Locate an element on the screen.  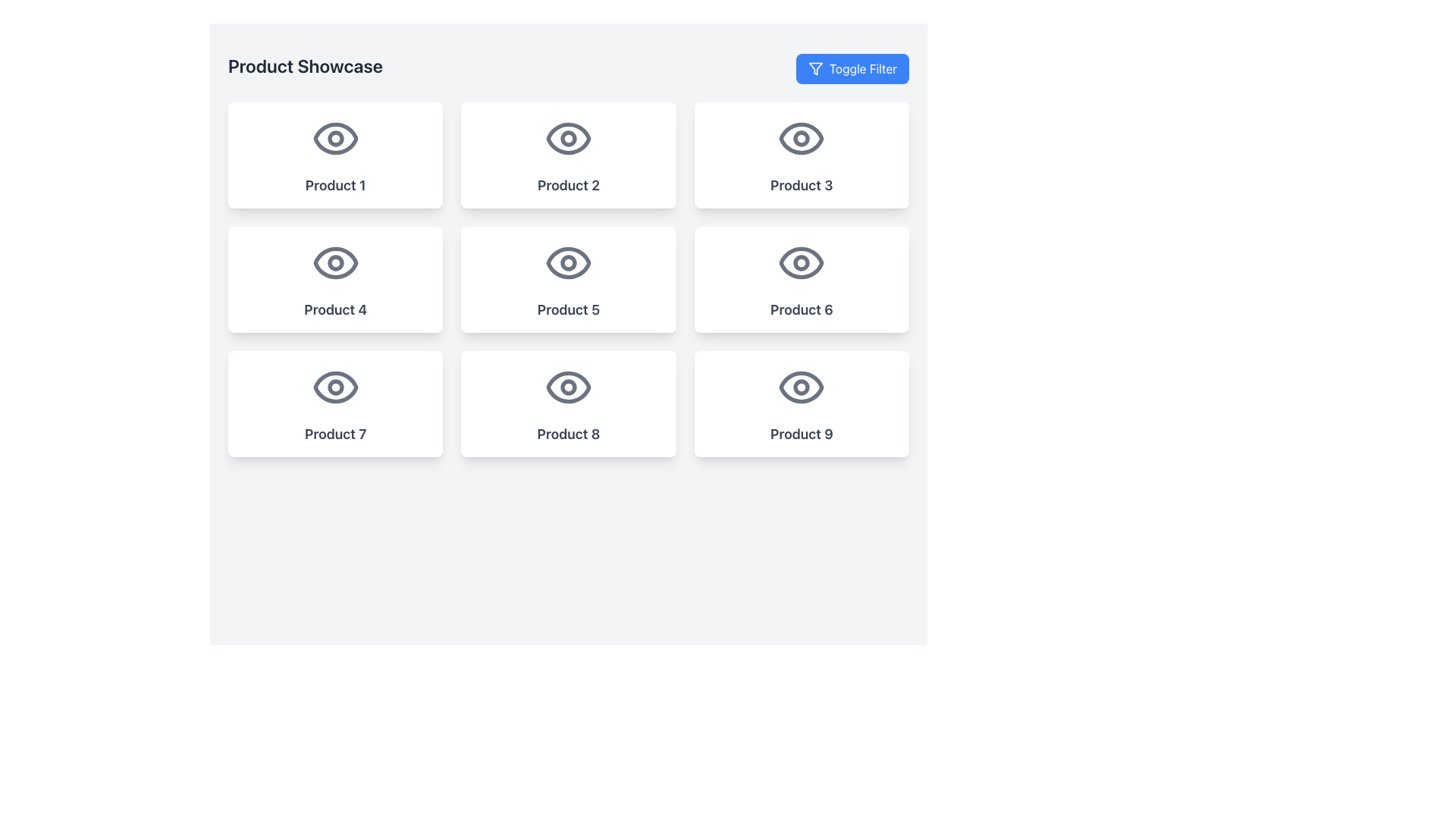
the small gray circular element located at the center of the eye icon in the eighth grid item of the 3x3 product showcase layout is located at coordinates (567, 386).